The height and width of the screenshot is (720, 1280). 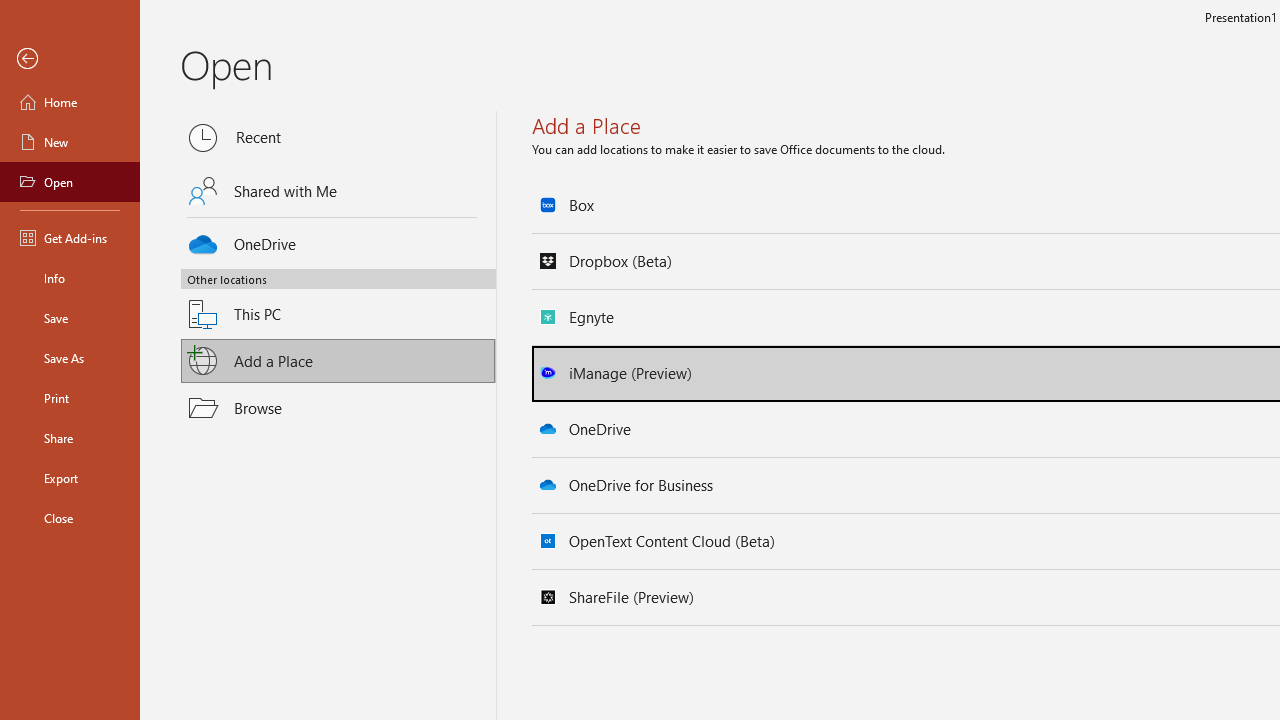 I want to click on 'Shared with Me', so click(x=338, y=191).